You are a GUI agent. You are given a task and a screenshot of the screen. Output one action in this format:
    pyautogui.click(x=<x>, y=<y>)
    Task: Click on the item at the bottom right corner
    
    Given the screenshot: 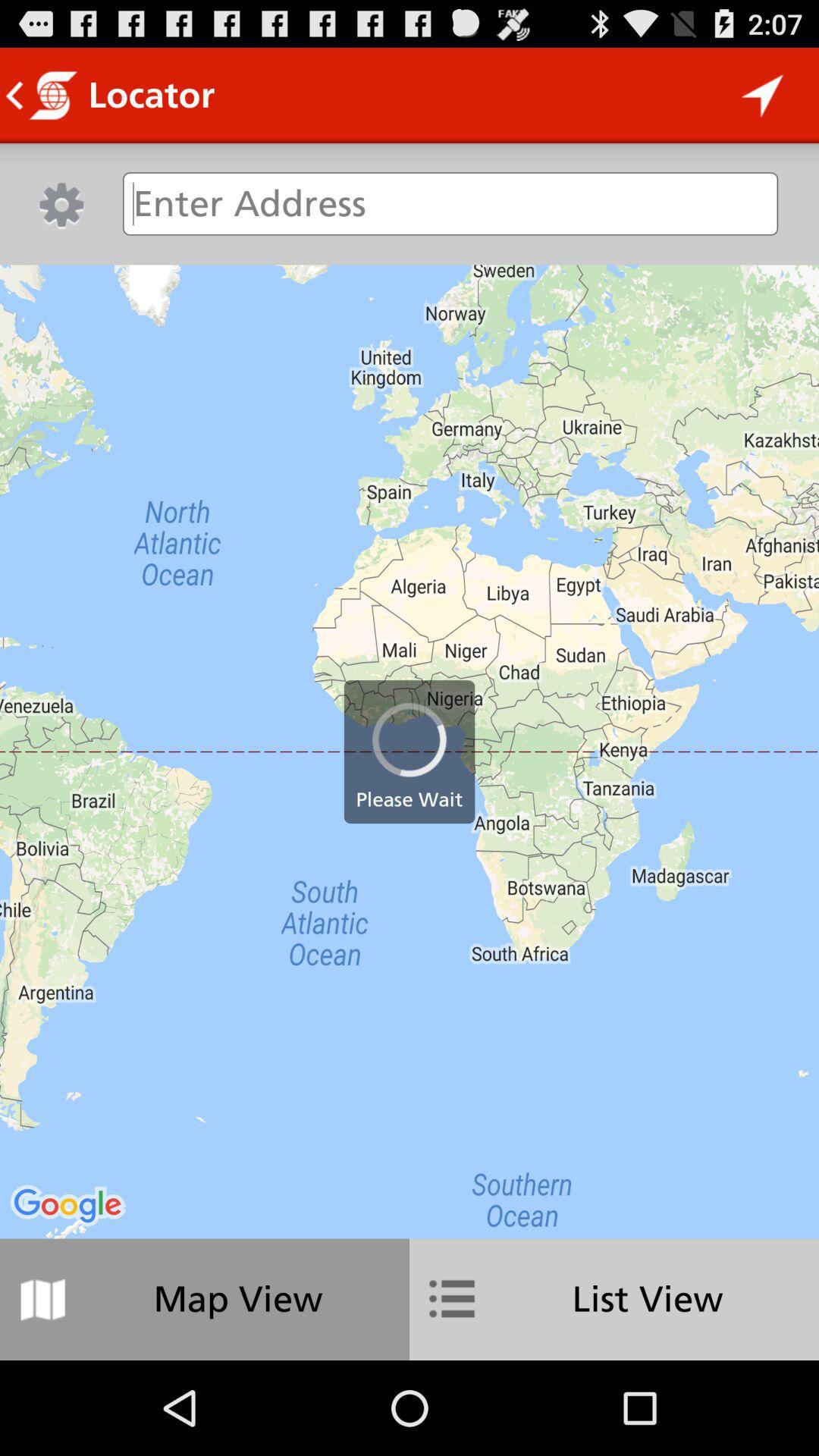 What is the action you would take?
    pyautogui.click(x=614, y=1298)
    